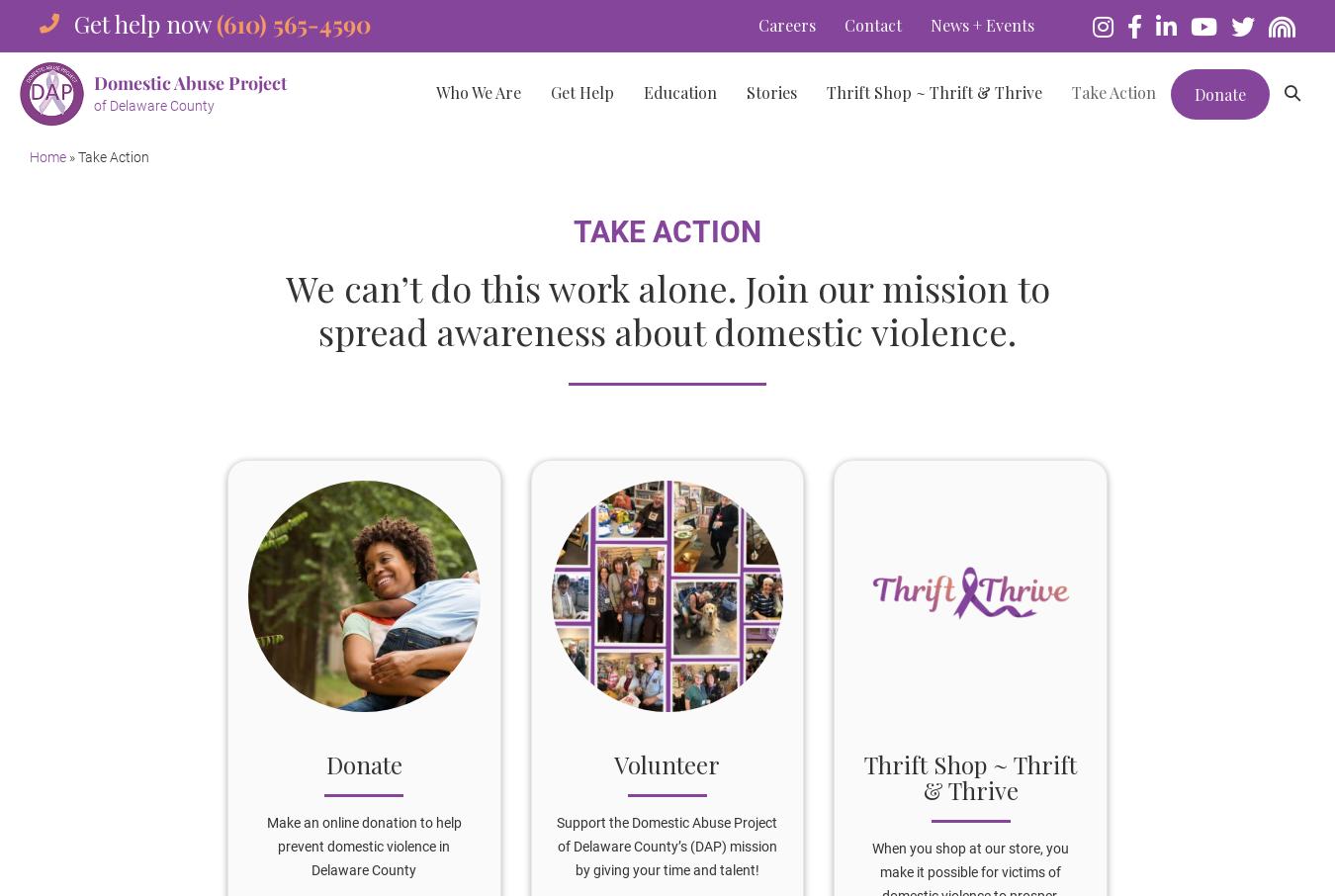  What do you see at coordinates (265, 845) in the screenshot?
I see `'Make an online donation to help prevent domestic violence in Delaware County'` at bounding box center [265, 845].